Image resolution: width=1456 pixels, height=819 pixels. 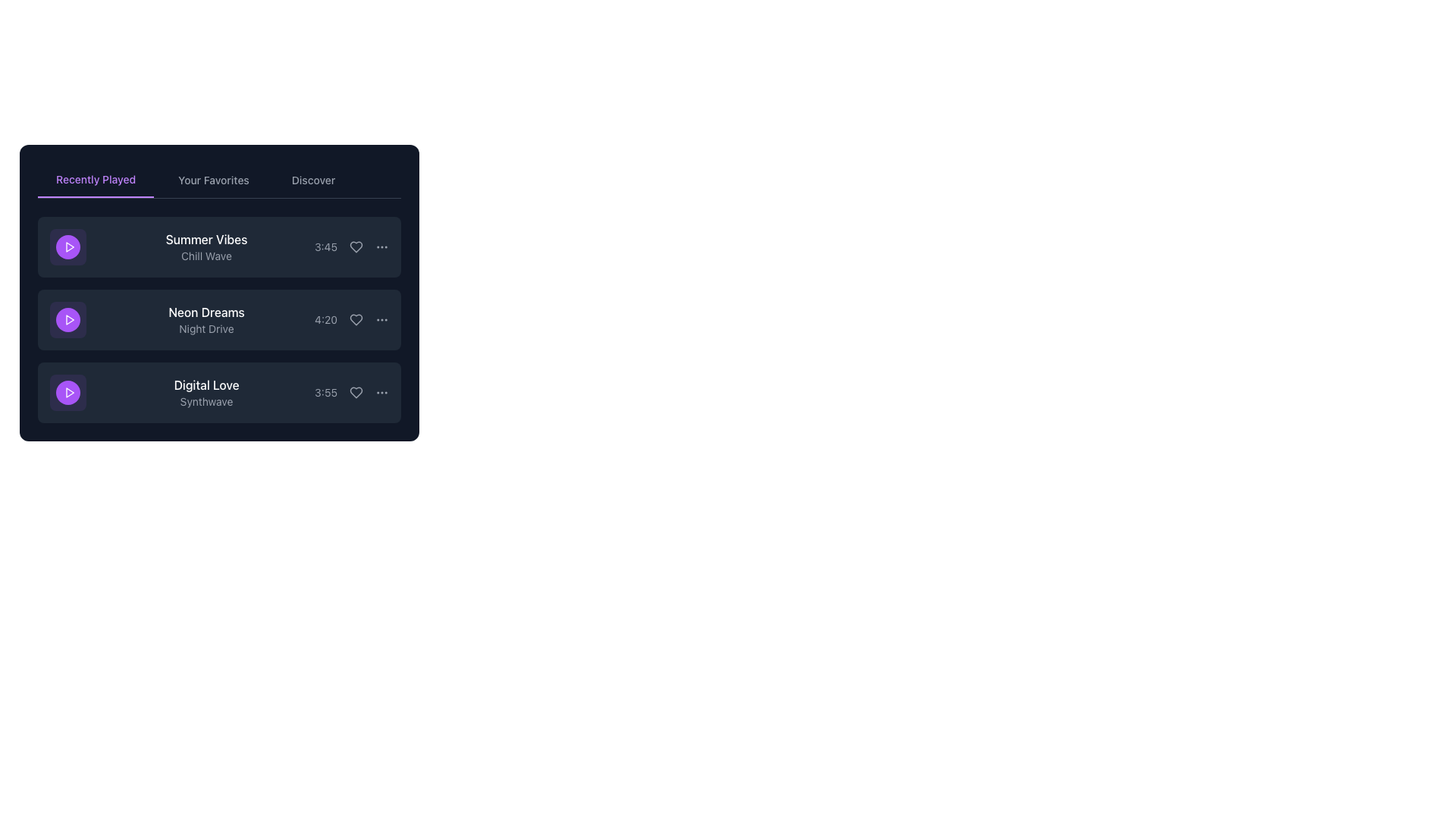 What do you see at coordinates (213, 180) in the screenshot?
I see `the 'Your Favorites' tab in the navigation menu` at bounding box center [213, 180].